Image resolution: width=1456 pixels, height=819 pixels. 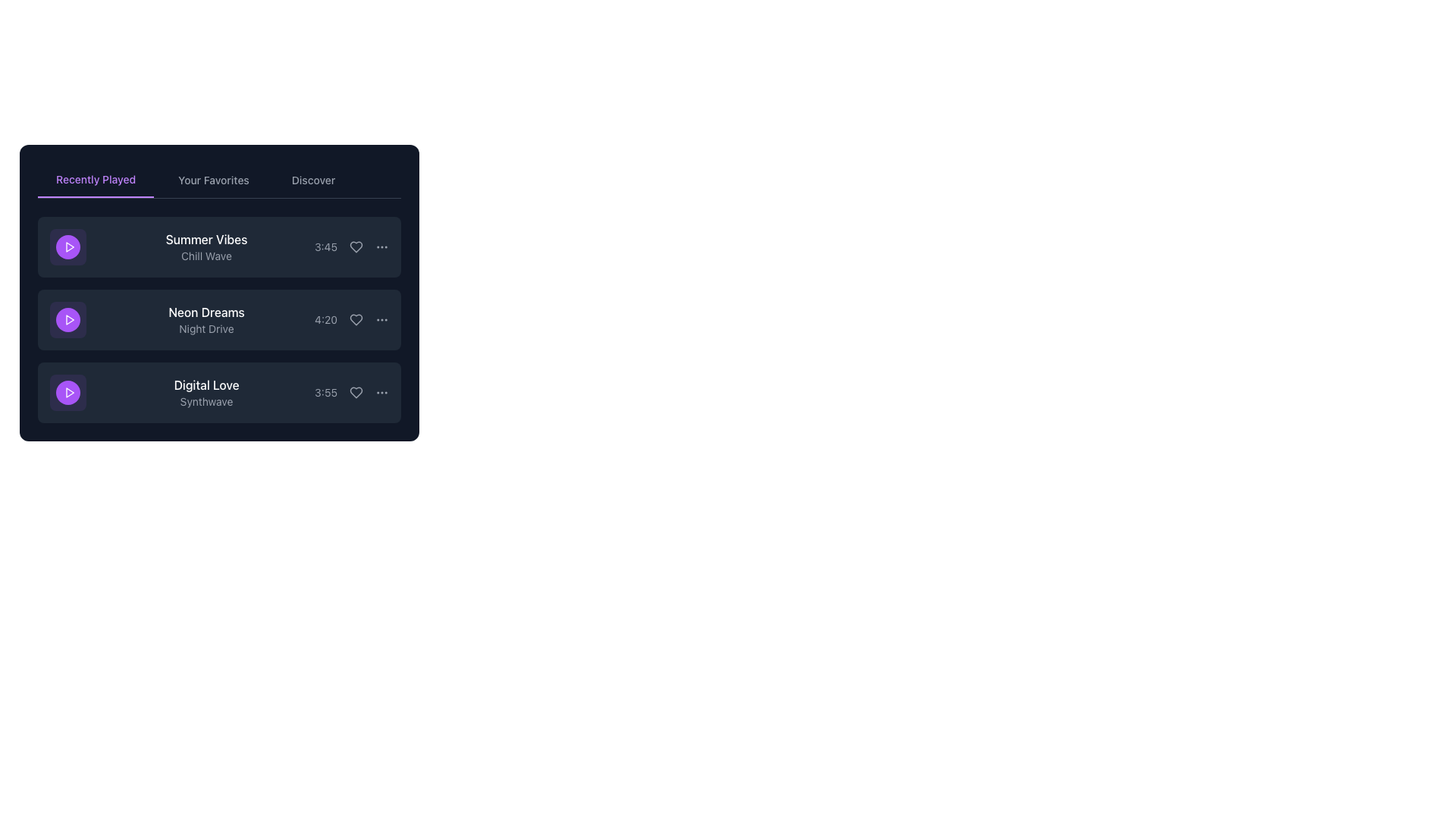 What do you see at coordinates (213, 180) in the screenshot?
I see `the 'Your Favorites' tab in the navigation menu` at bounding box center [213, 180].